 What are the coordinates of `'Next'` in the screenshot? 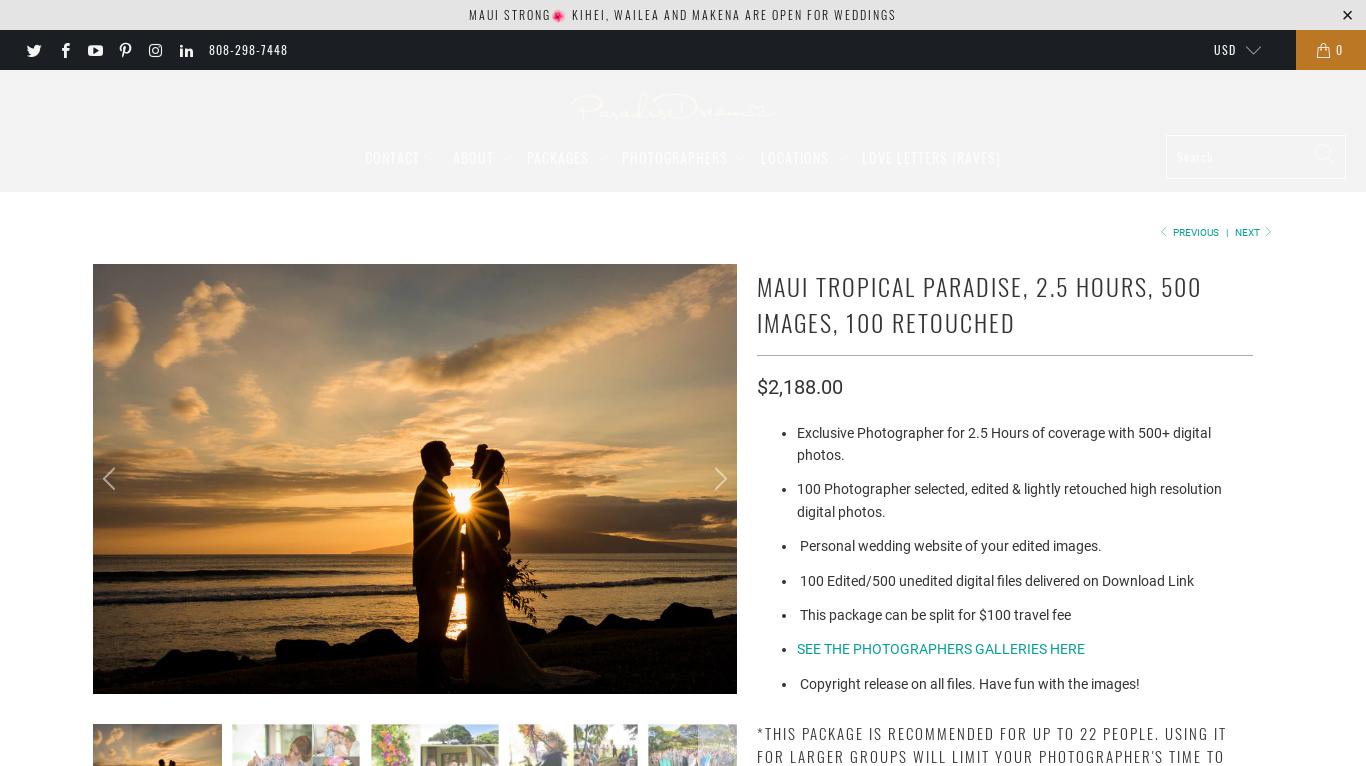 It's located at (1247, 230).